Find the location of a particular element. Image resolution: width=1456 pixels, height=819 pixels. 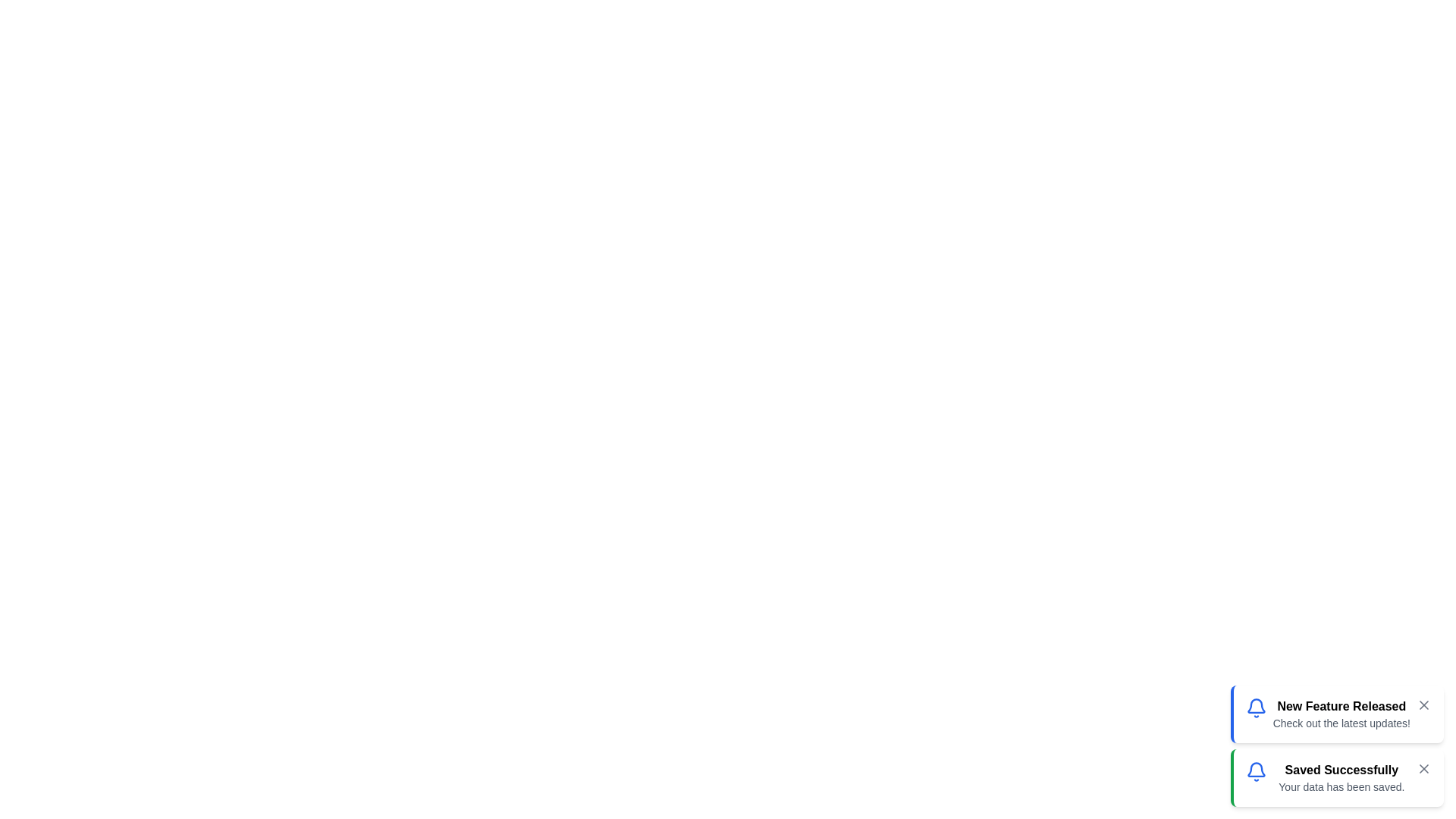

the static text label that serves as a notification header indicating successful data saving, positioned in the bottom-right area of the interface, above the text 'Your data has been saved.' is located at coordinates (1341, 770).